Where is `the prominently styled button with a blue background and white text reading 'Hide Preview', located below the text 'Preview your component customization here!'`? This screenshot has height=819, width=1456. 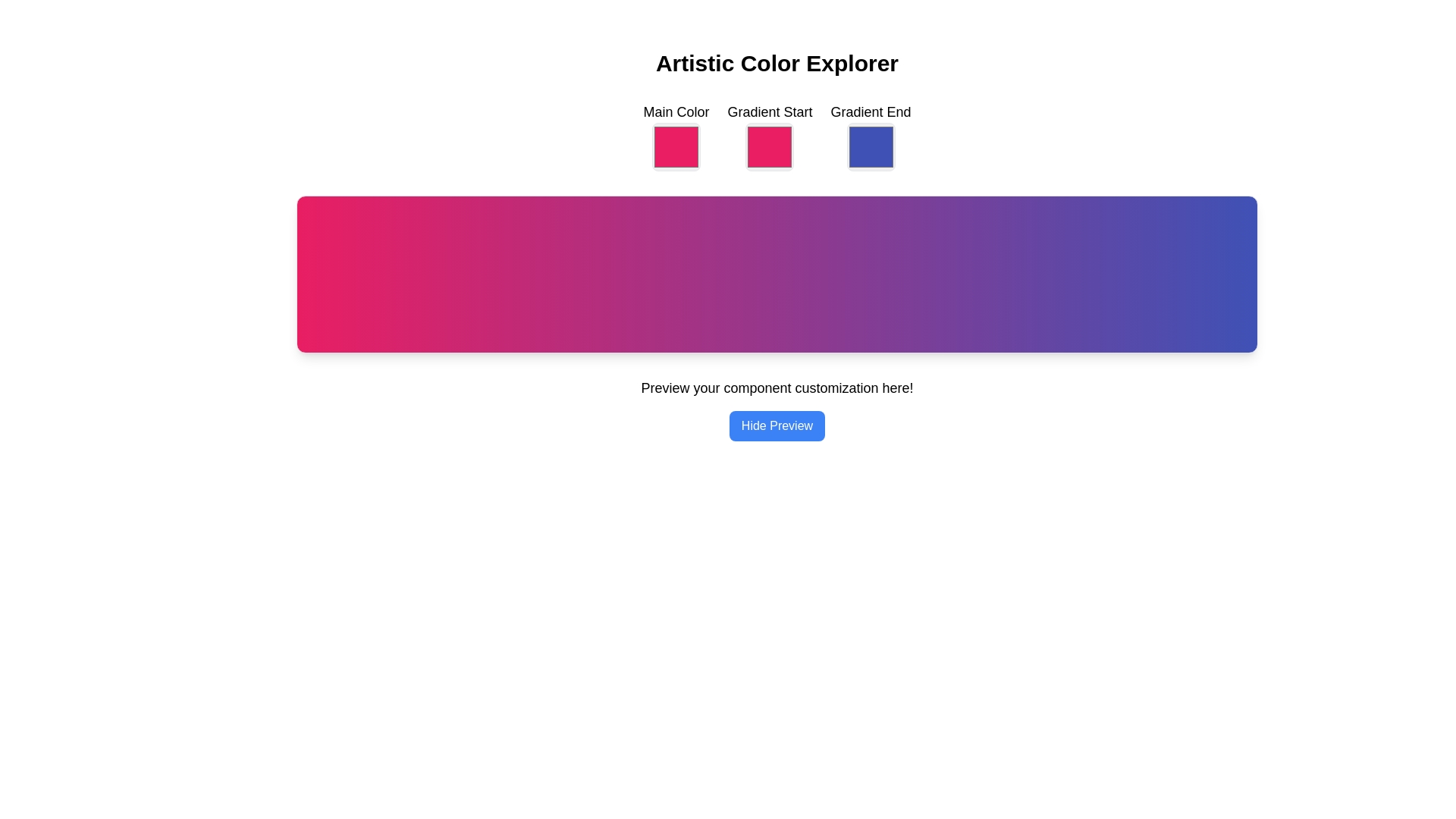 the prominently styled button with a blue background and white text reading 'Hide Preview', located below the text 'Preview your component customization here!' is located at coordinates (777, 426).